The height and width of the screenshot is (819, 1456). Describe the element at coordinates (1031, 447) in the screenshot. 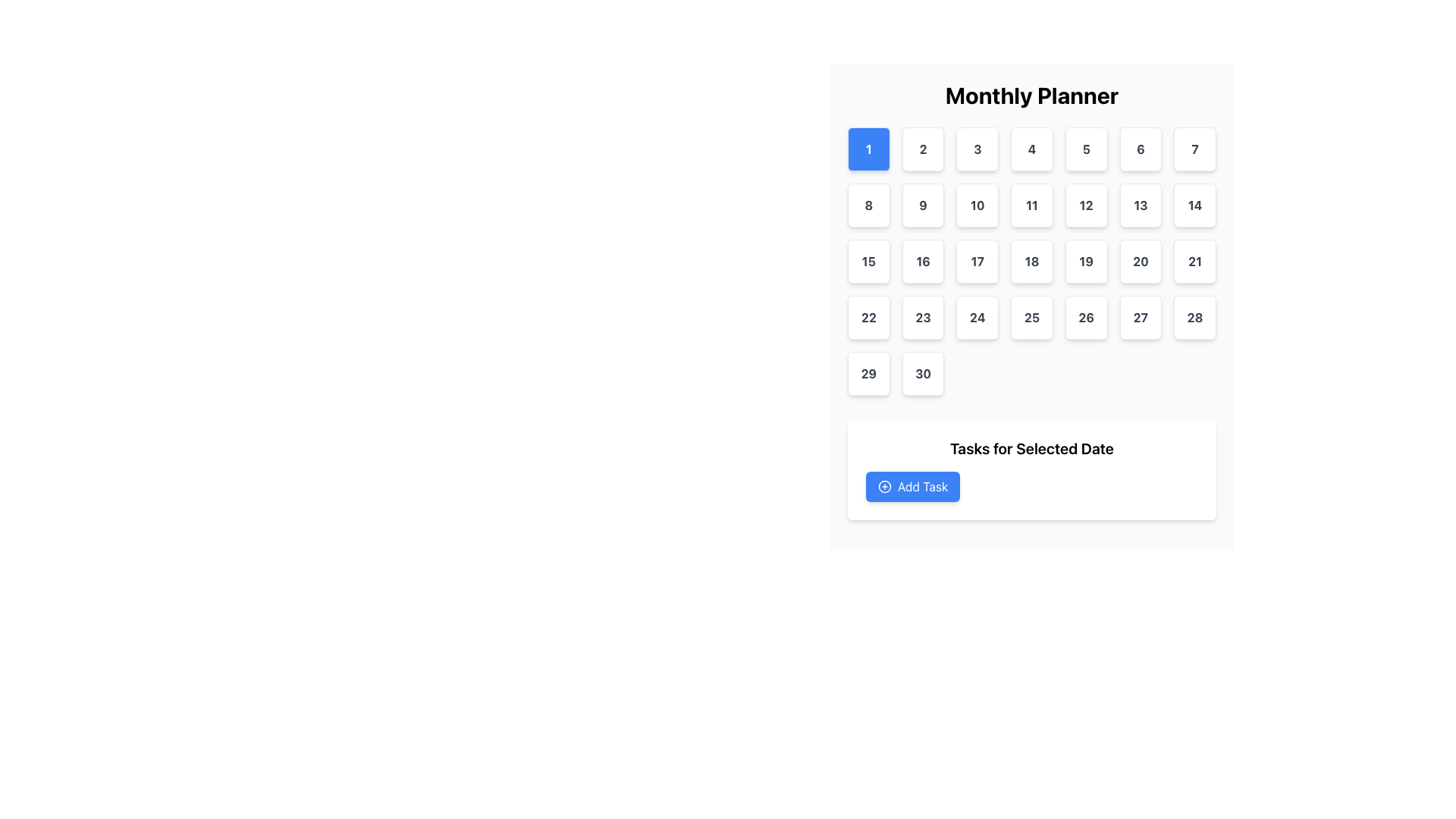

I see `the static text element that serves as the title or heading for the tasks section, positioned centrally above the 'Add Task' button` at that location.